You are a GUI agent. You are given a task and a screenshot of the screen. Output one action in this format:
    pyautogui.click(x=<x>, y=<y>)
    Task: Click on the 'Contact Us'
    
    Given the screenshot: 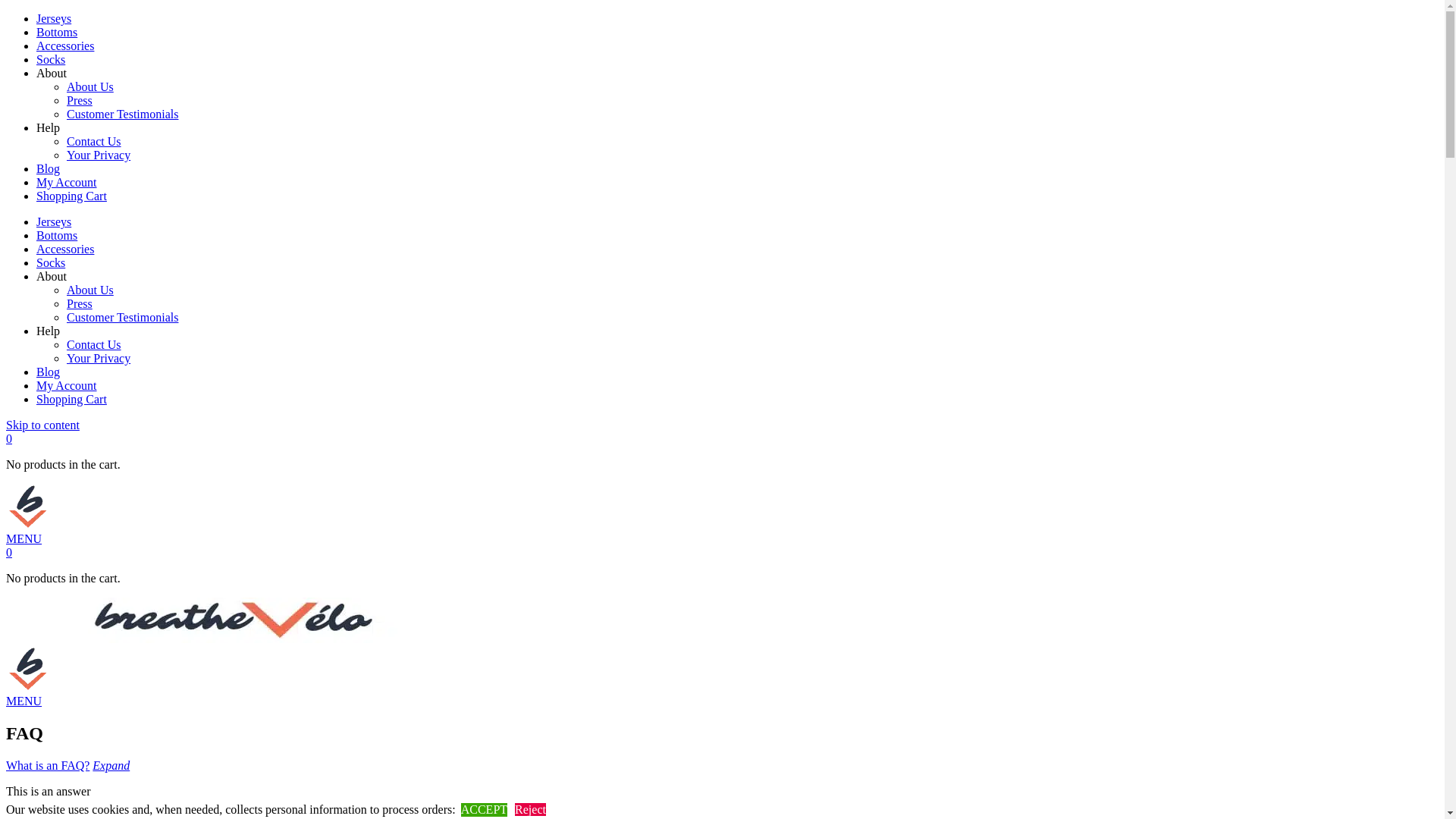 What is the action you would take?
    pyautogui.click(x=93, y=344)
    